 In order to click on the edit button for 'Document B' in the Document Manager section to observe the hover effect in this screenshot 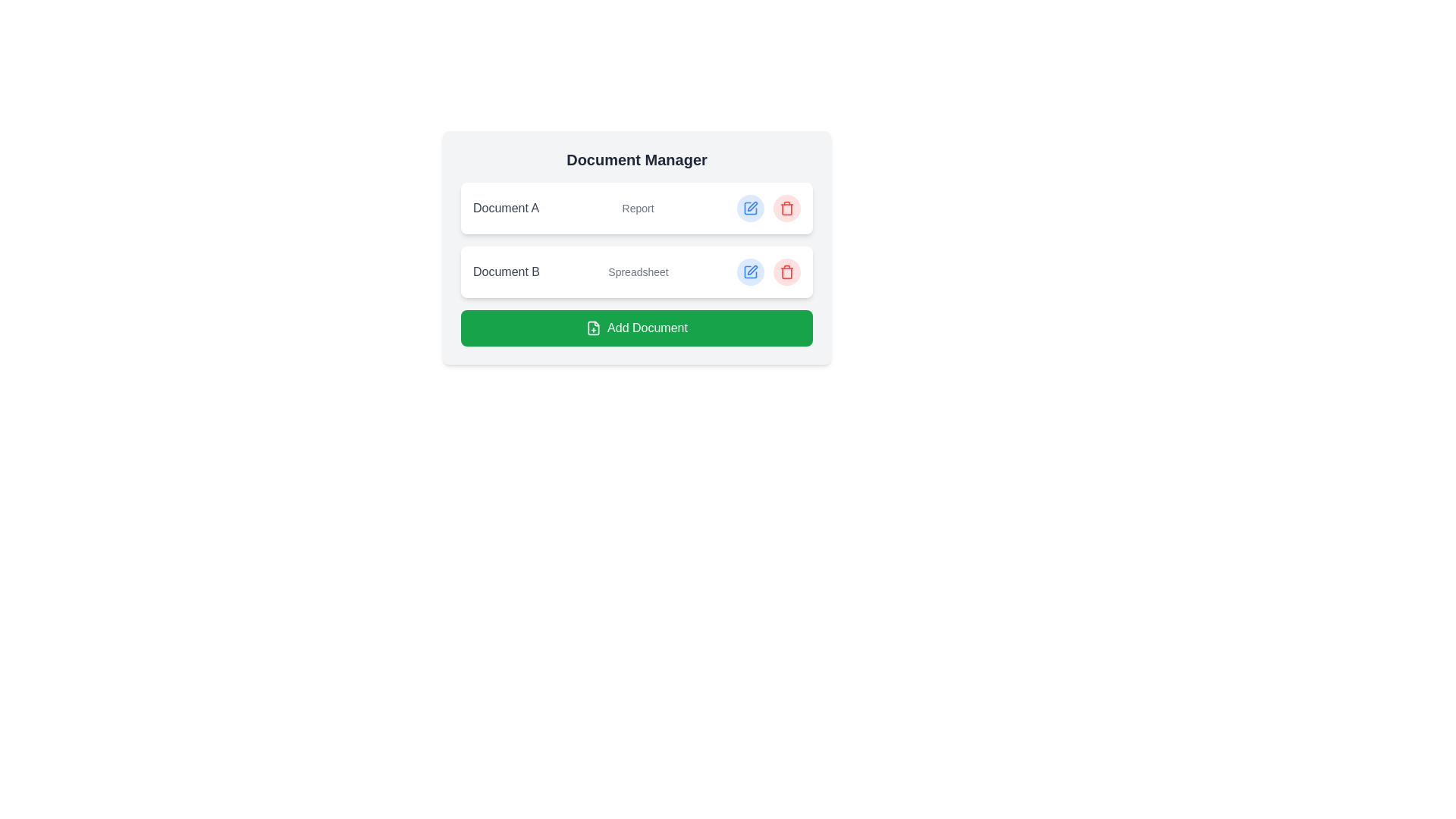, I will do `click(750, 271)`.